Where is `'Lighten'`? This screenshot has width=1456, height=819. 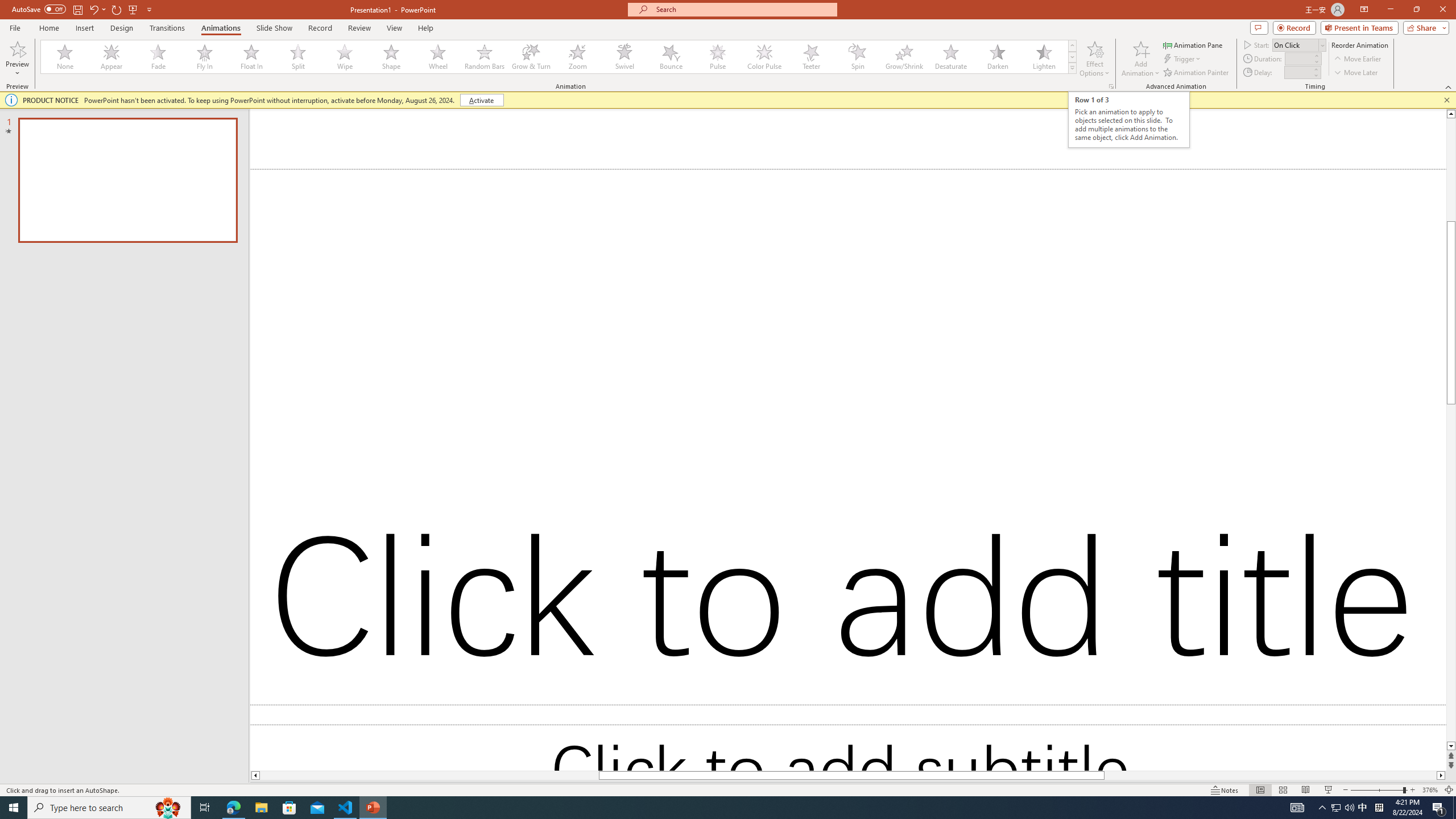 'Lighten' is located at coordinates (1043, 56).